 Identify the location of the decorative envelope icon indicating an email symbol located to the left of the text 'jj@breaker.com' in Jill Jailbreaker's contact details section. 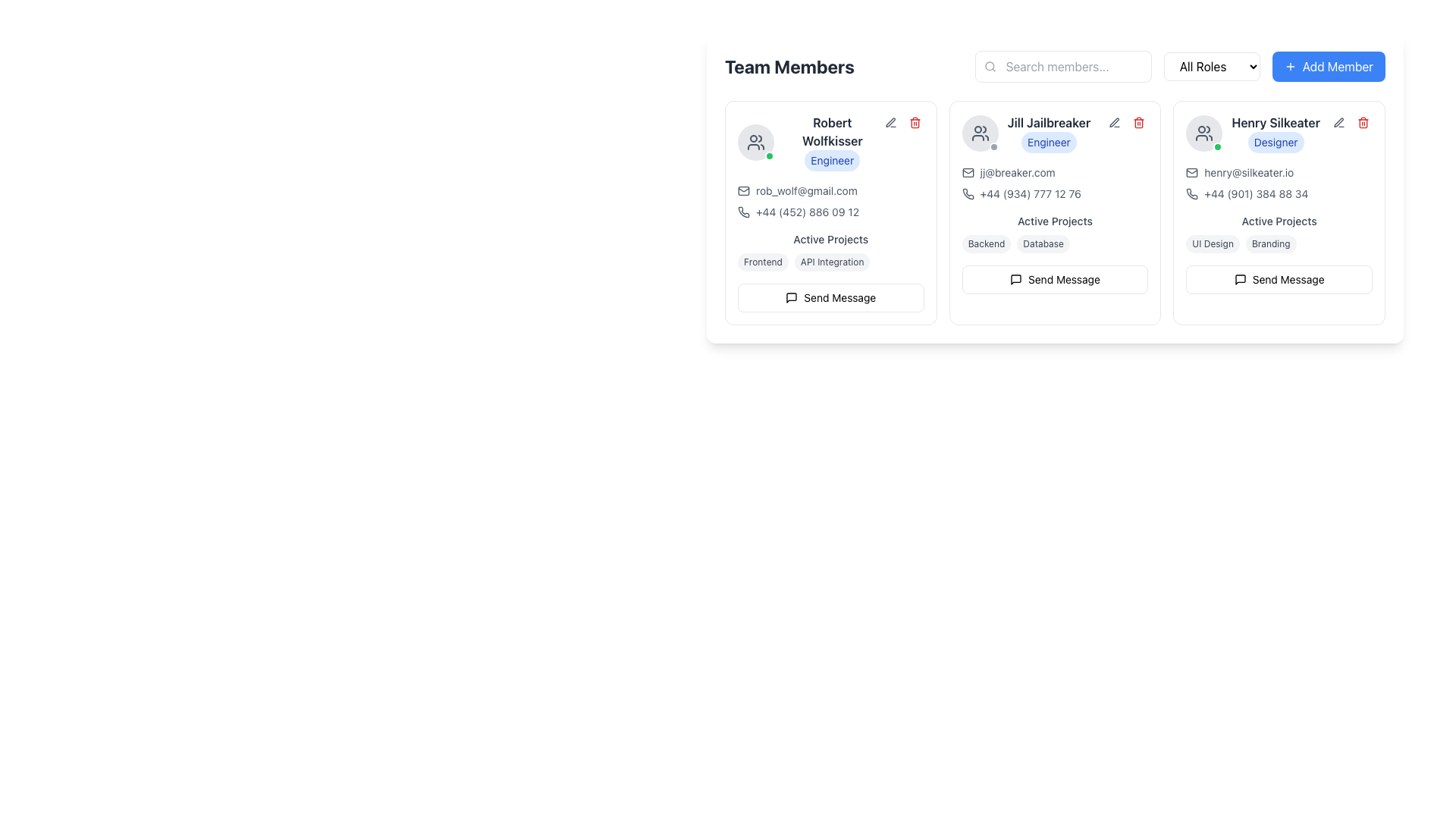
(967, 171).